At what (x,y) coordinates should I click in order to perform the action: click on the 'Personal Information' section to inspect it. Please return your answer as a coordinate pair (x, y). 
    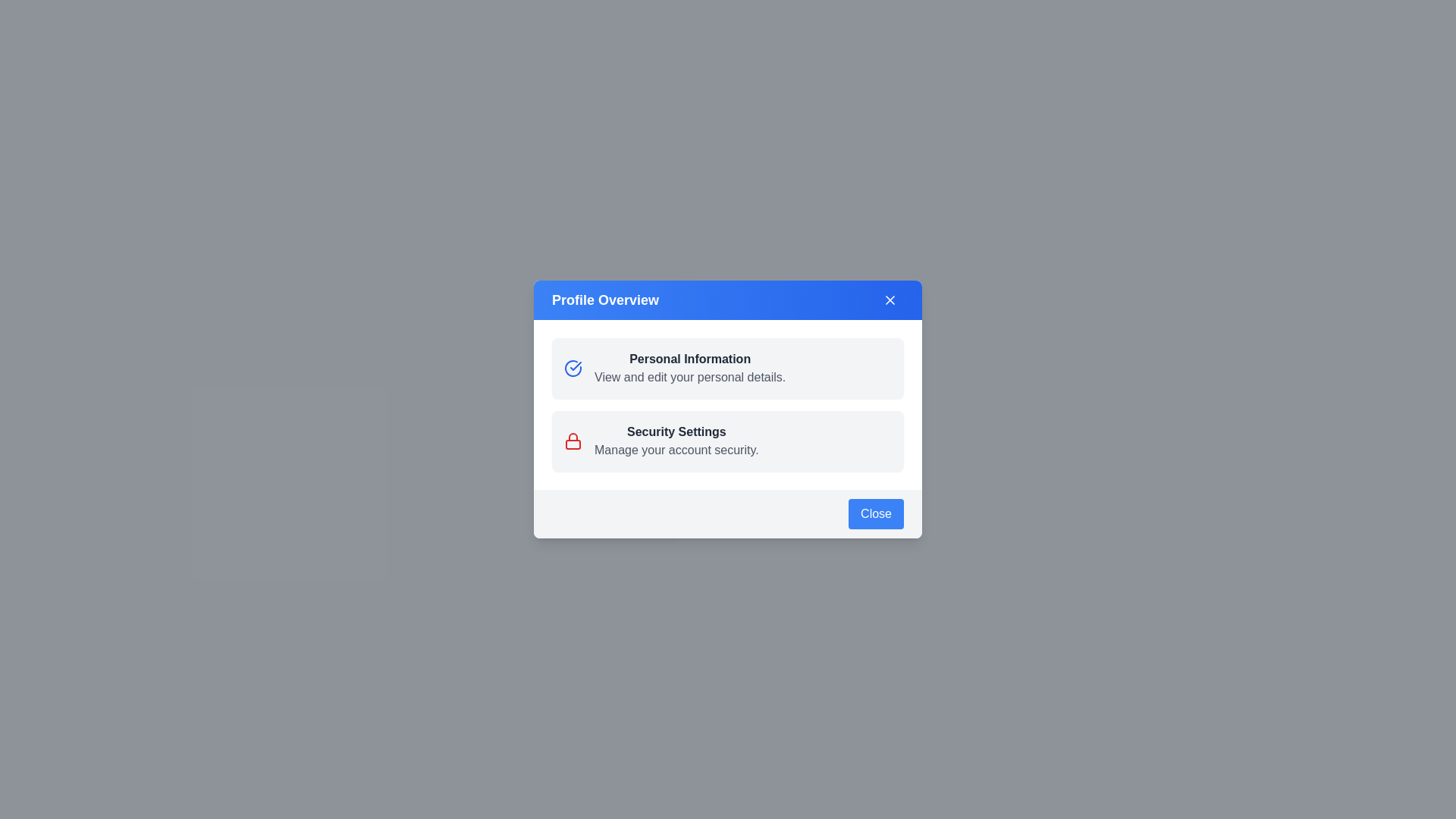
    Looking at the image, I should click on (689, 369).